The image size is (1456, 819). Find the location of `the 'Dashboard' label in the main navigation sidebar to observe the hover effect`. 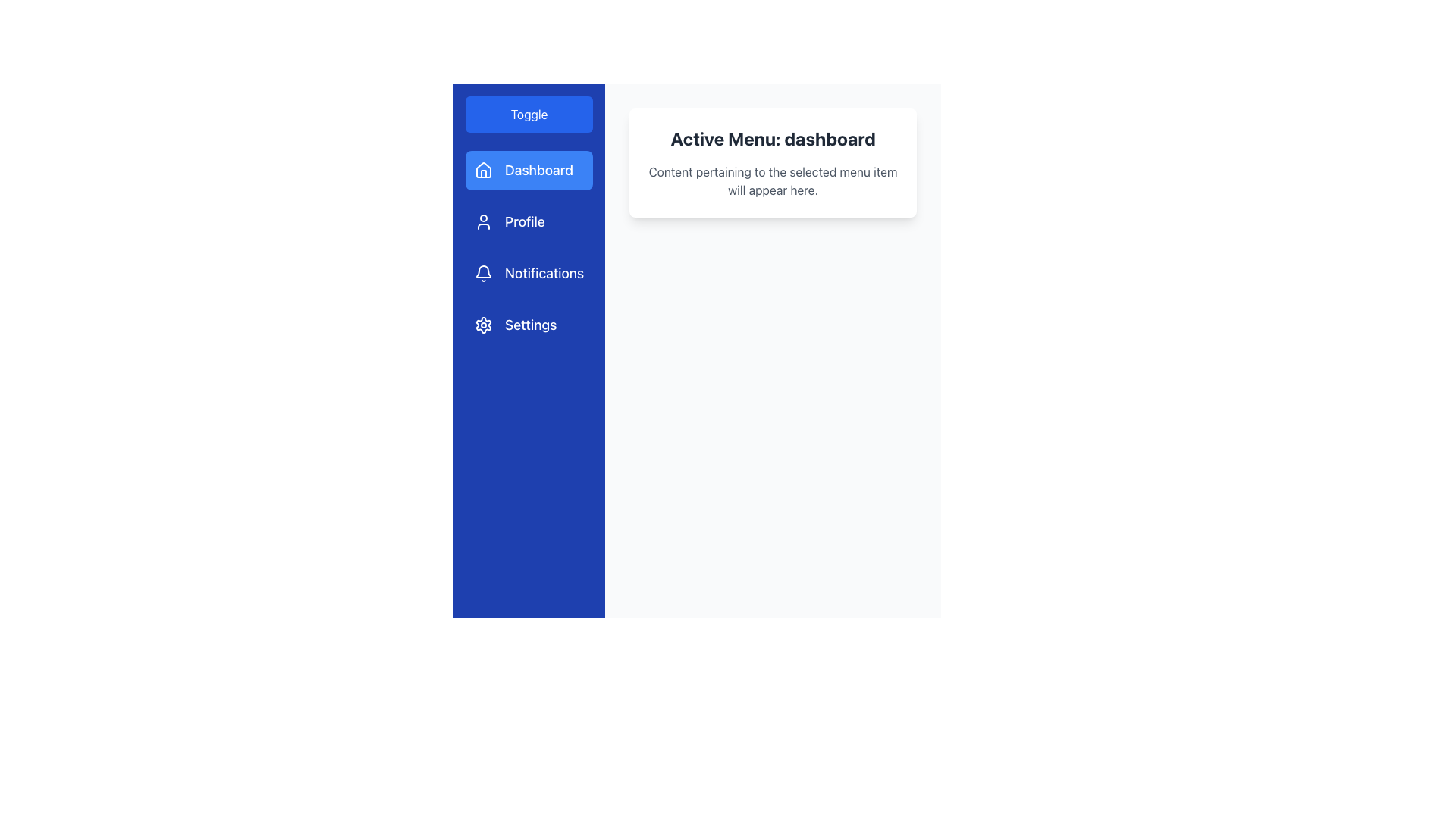

the 'Dashboard' label in the main navigation sidebar to observe the hover effect is located at coordinates (538, 170).